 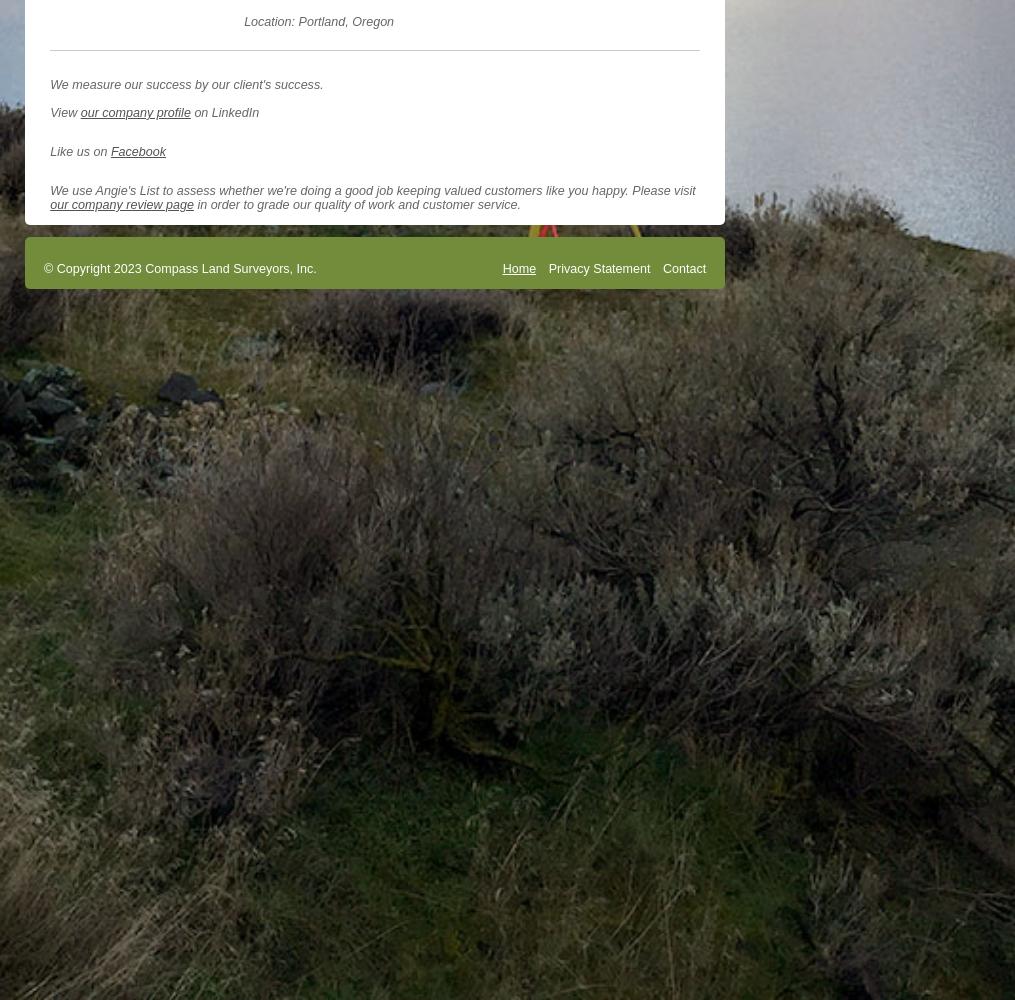 I want to click on 'on LinkedIn', so click(x=224, y=111).